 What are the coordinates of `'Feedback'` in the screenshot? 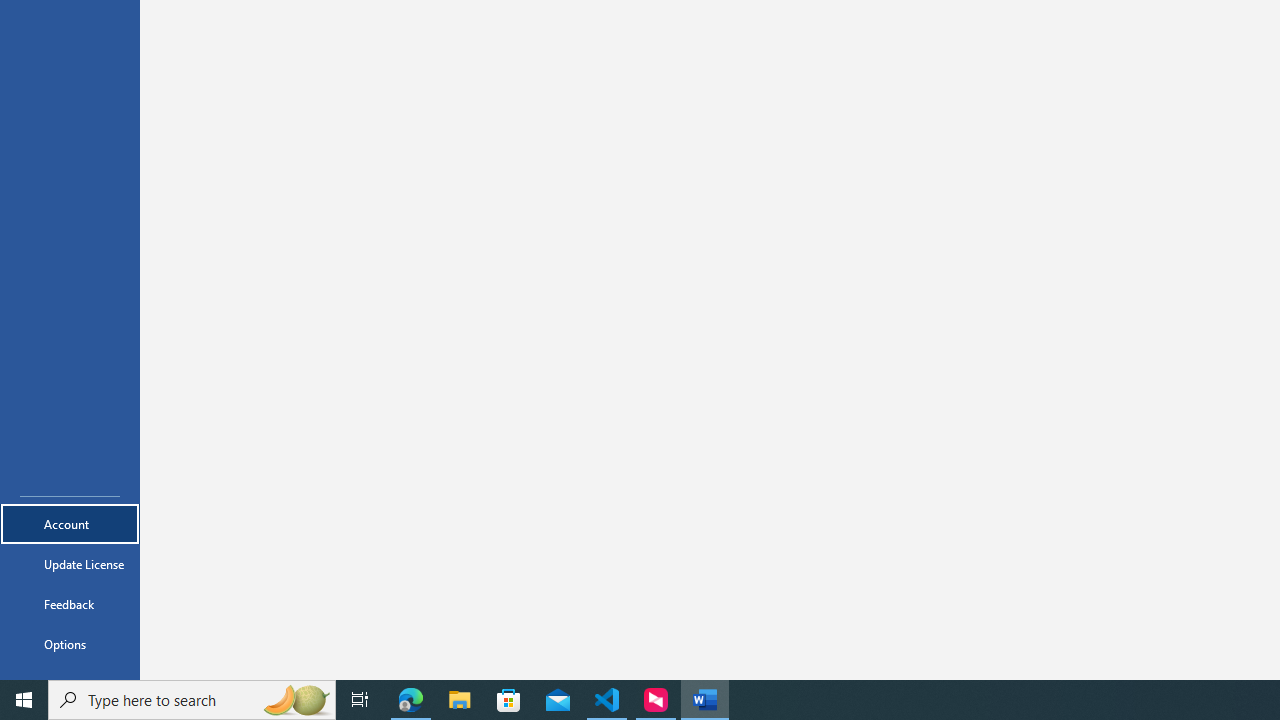 It's located at (69, 603).